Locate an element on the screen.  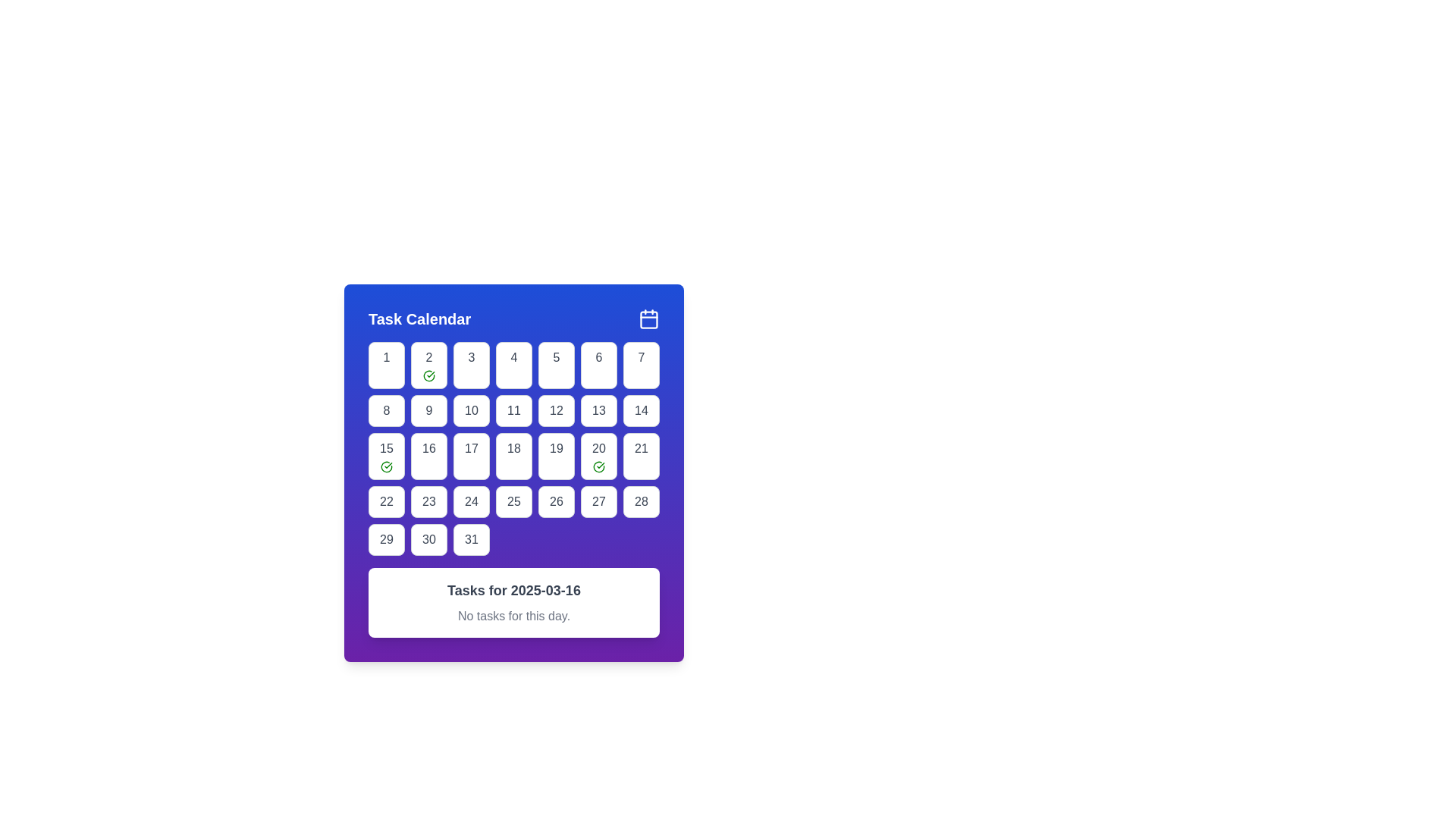
the fourth button in the second row of the calendar grid, which is a white rectangle with rounded corners featuring the number '9' in bold, dark font is located at coordinates (428, 411).